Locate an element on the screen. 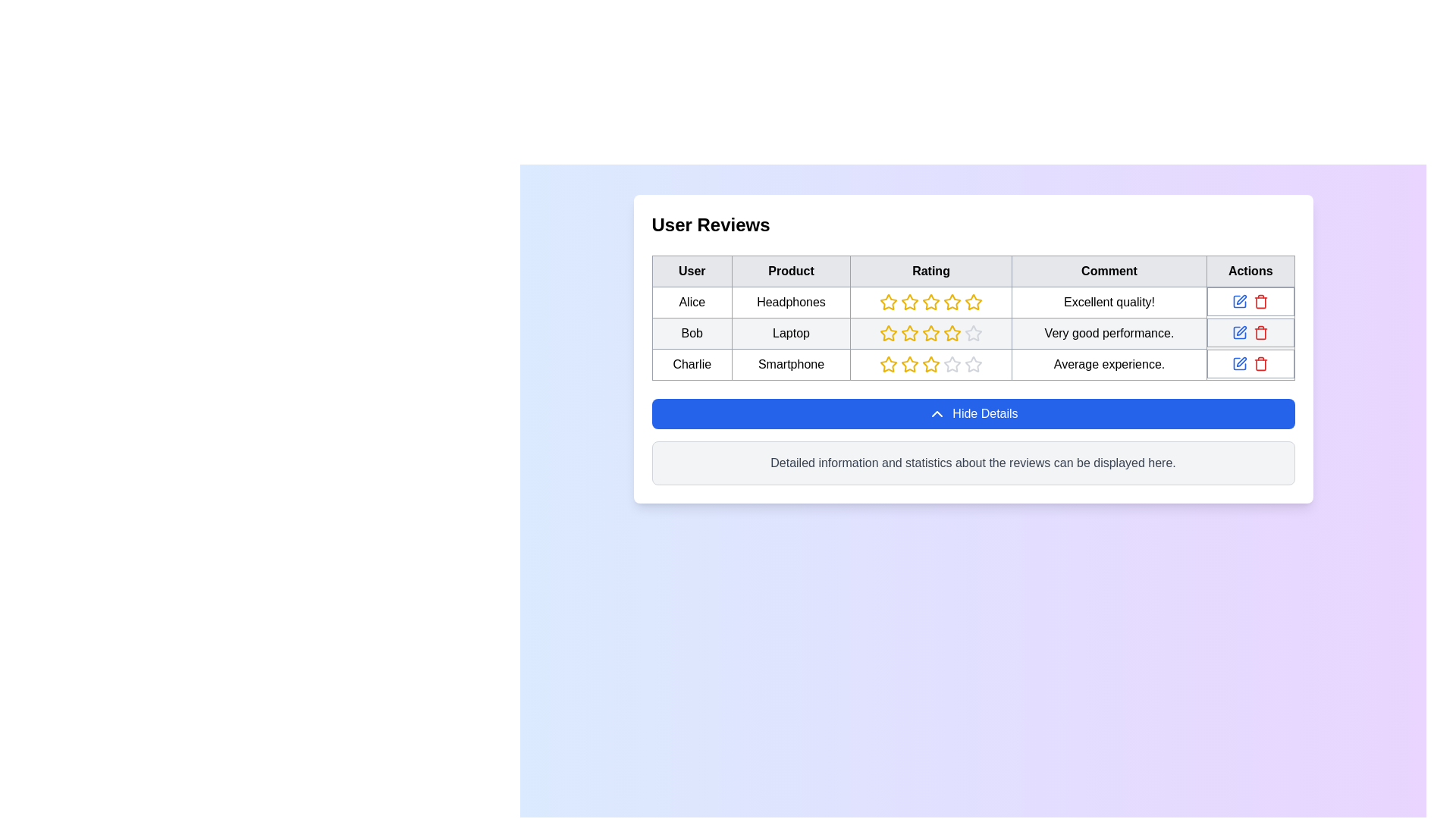 The width and height of the screenshot is (1456, 819). the star icon in the 'Rating' column of the 'User Reviews' table for the 'Bob' user entry to rate it is located at coordinates (930, 332).